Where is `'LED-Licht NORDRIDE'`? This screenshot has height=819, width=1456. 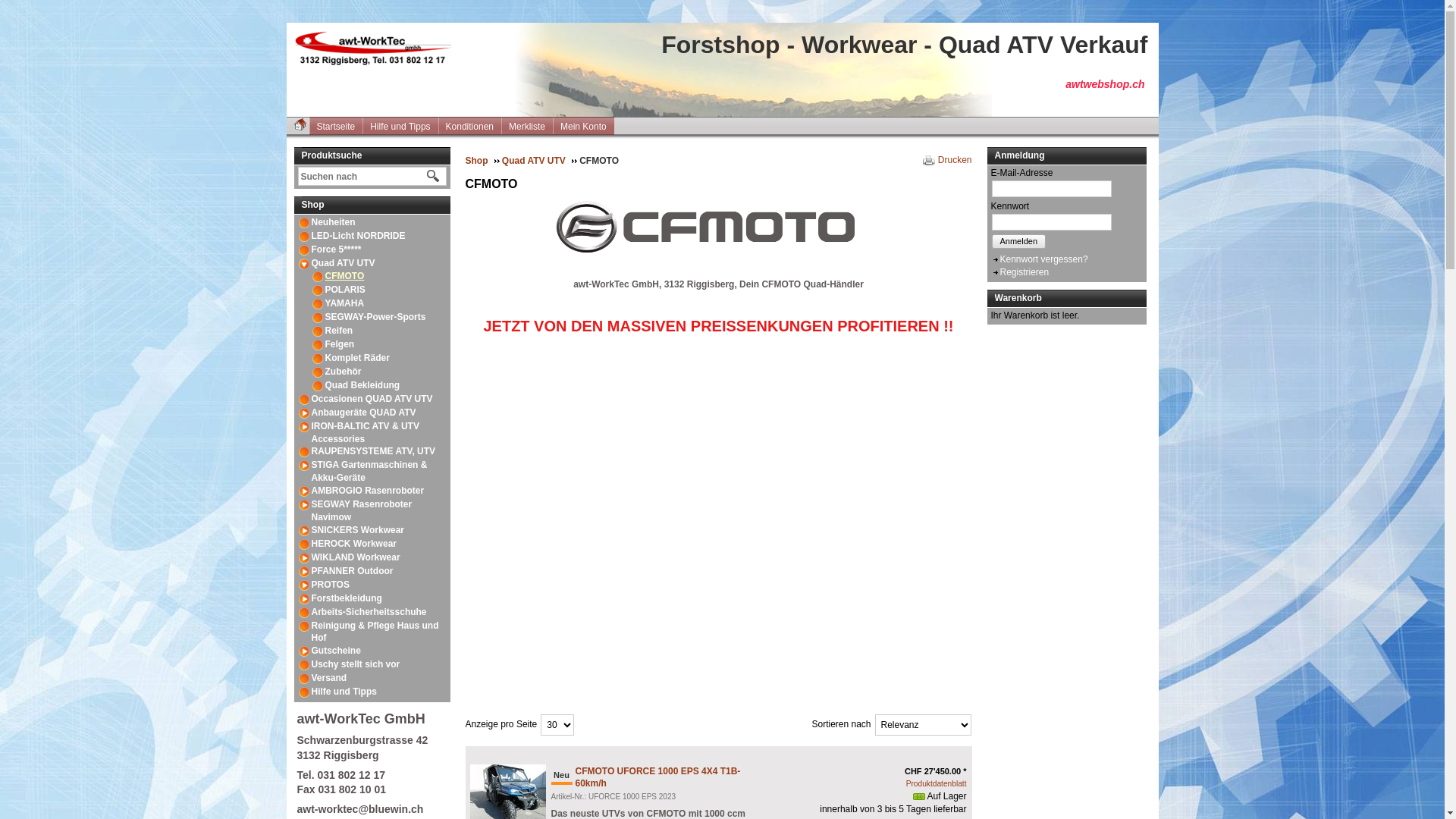 'LED-Licht NORDRIDE' is located at coordinates (309, 236).